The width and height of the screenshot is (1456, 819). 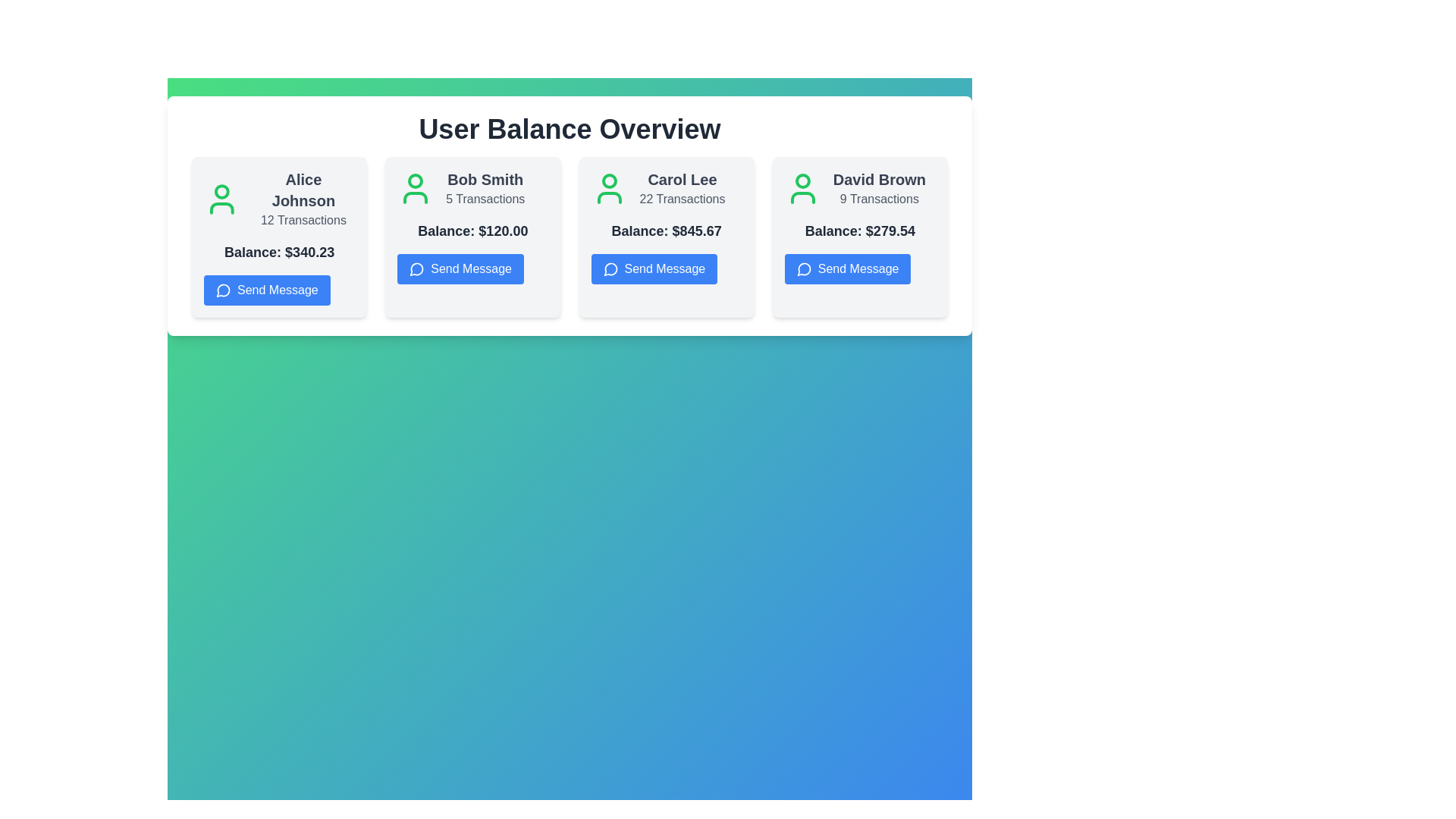 I want to click on the 'Send Message' icon for the user 'David Brown', located in the fourth user card on the rightmost side of the row of user cards, so click(x=803, y=268).